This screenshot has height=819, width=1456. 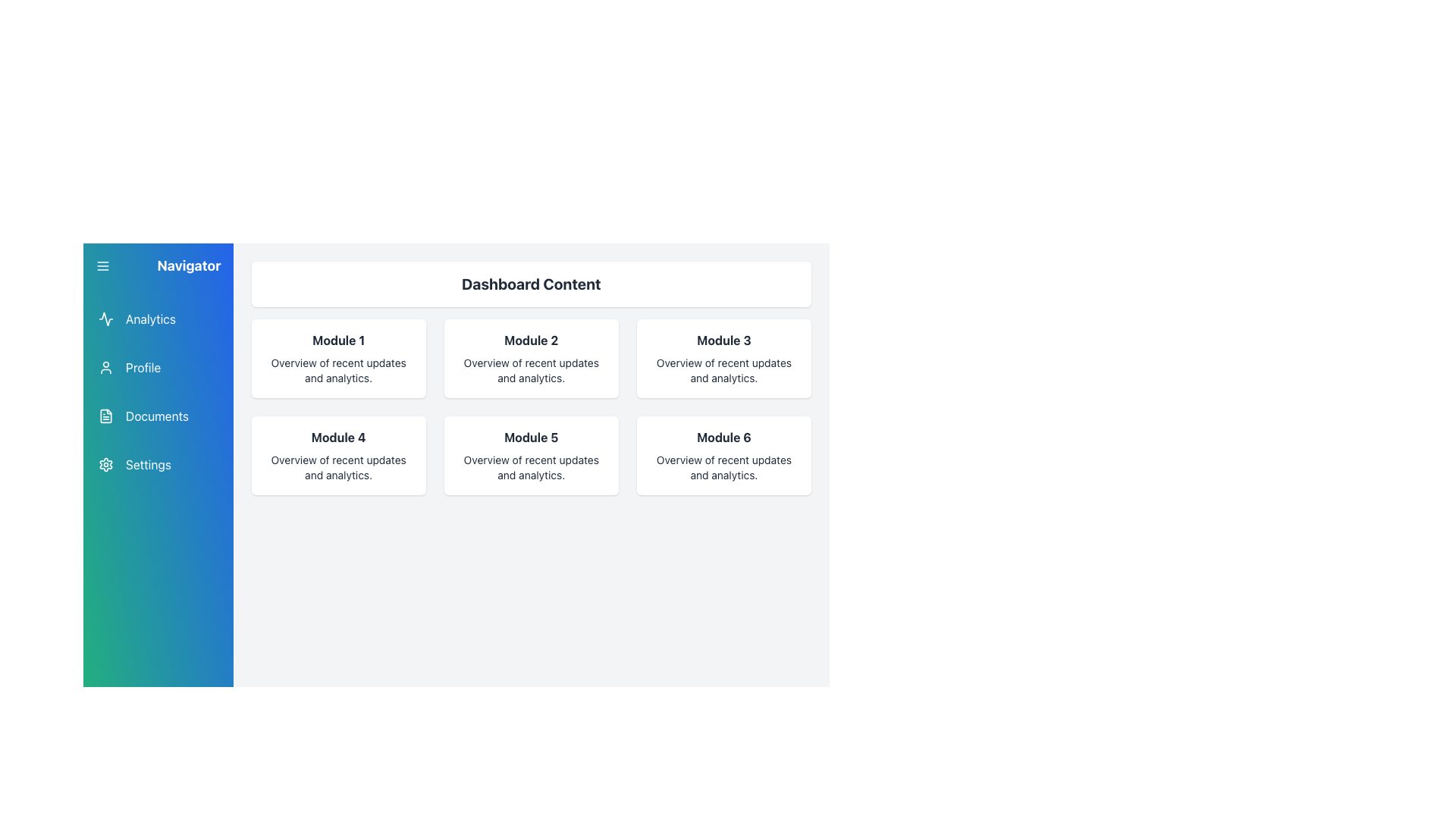 I want to click on the Text label summarizing 'Module 3' located in the top-right card of the Dashboard Content page, so click(x=723, y=339).